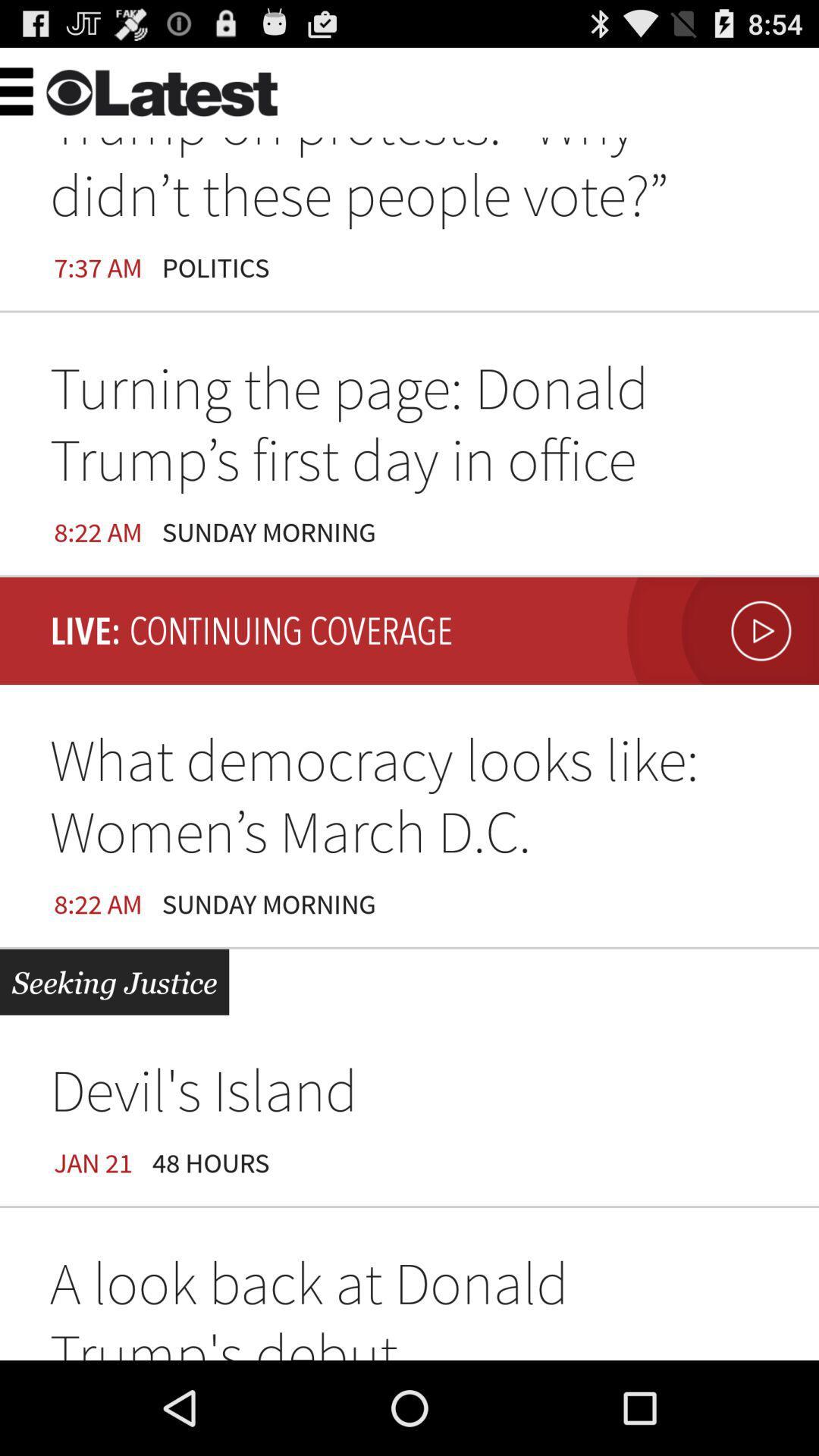 This screenshot has height=1456, width=819. What do you see at coordinates (49, 89) in the screenshot?
I see `menu` at bounding box center [49, 89].